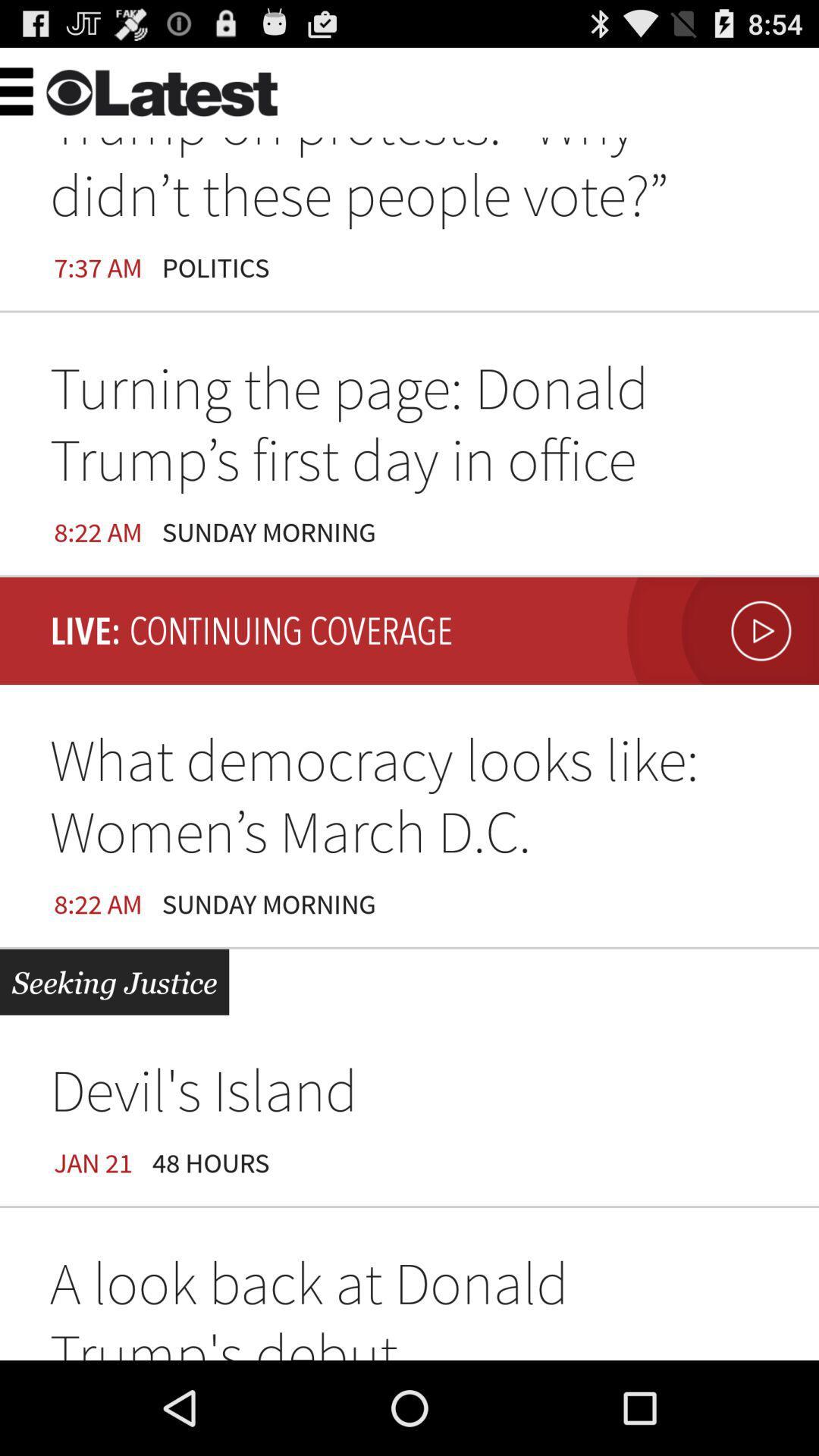 This screenshot has height=1456, width=819. What do you see at coordinates (49, 89) in the screenshot?
I see `menu` at bounding box center [49, 89].